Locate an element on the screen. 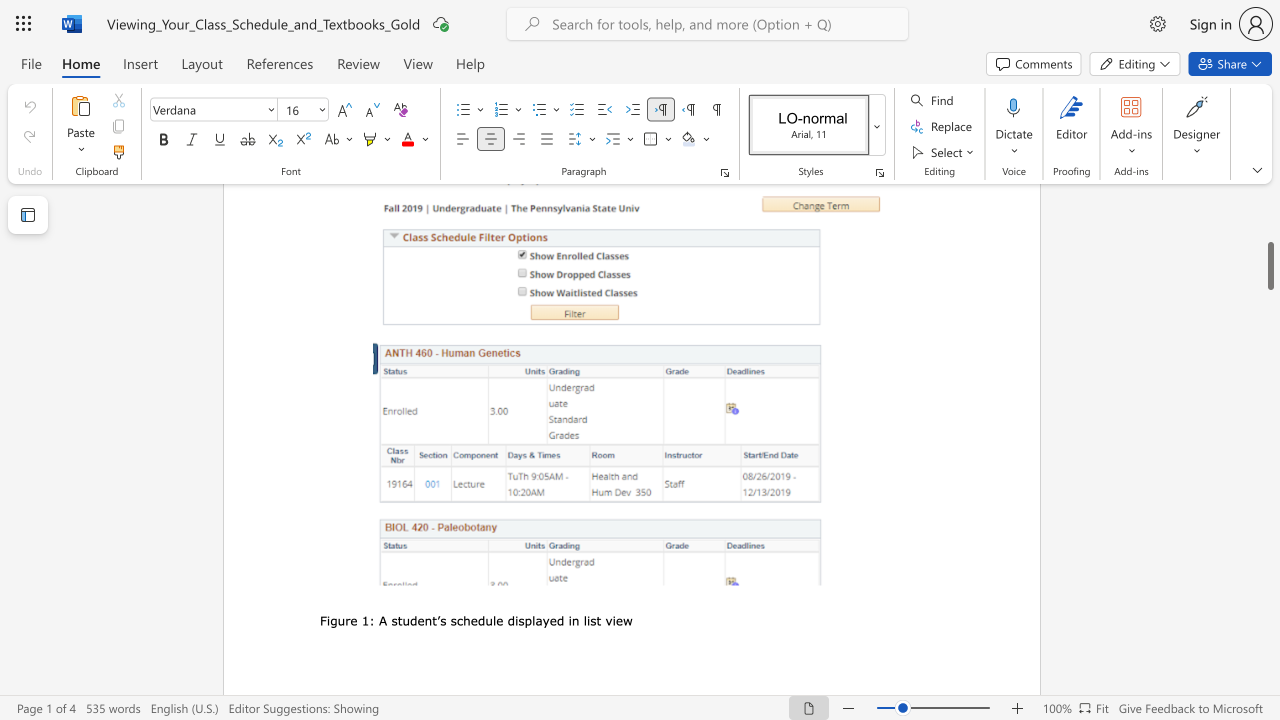 The width and height of the screenshot is (1280, 720). the scrollbar and move down 2160 pixels is located at coordinates (1269, 265).